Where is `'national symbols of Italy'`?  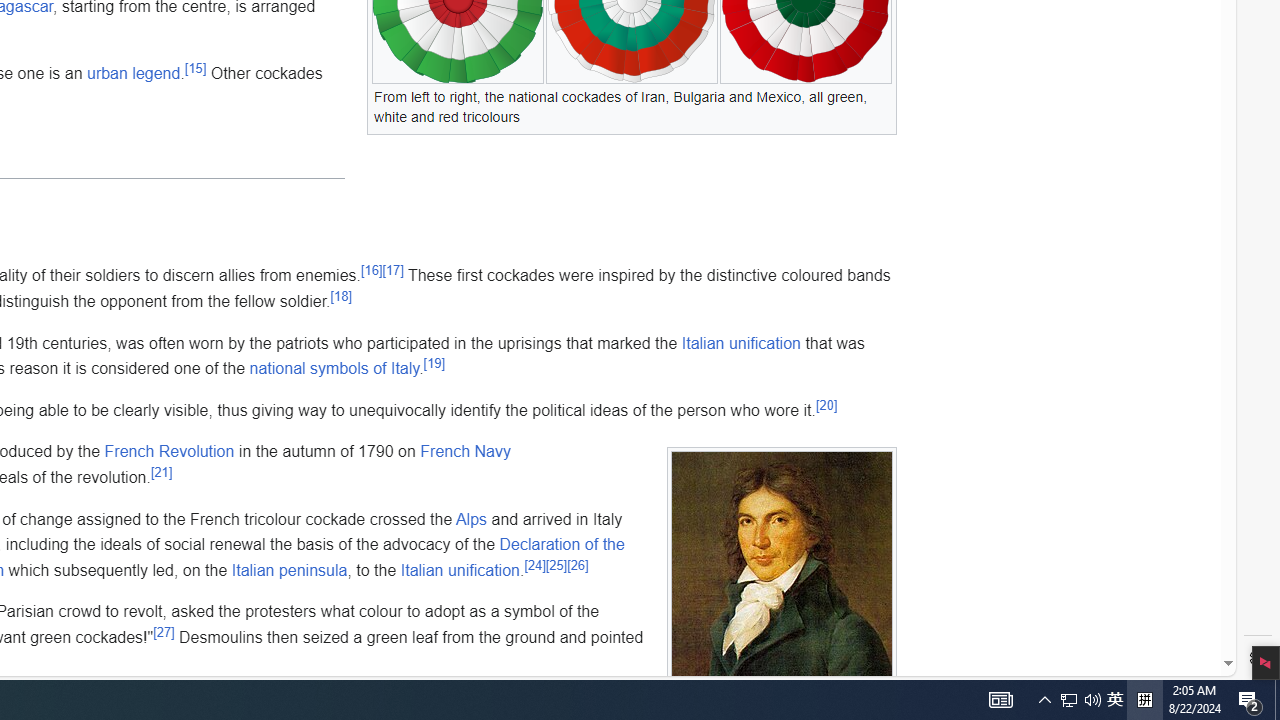
'national symbols of Italy' is located at coordinates (334, 368).